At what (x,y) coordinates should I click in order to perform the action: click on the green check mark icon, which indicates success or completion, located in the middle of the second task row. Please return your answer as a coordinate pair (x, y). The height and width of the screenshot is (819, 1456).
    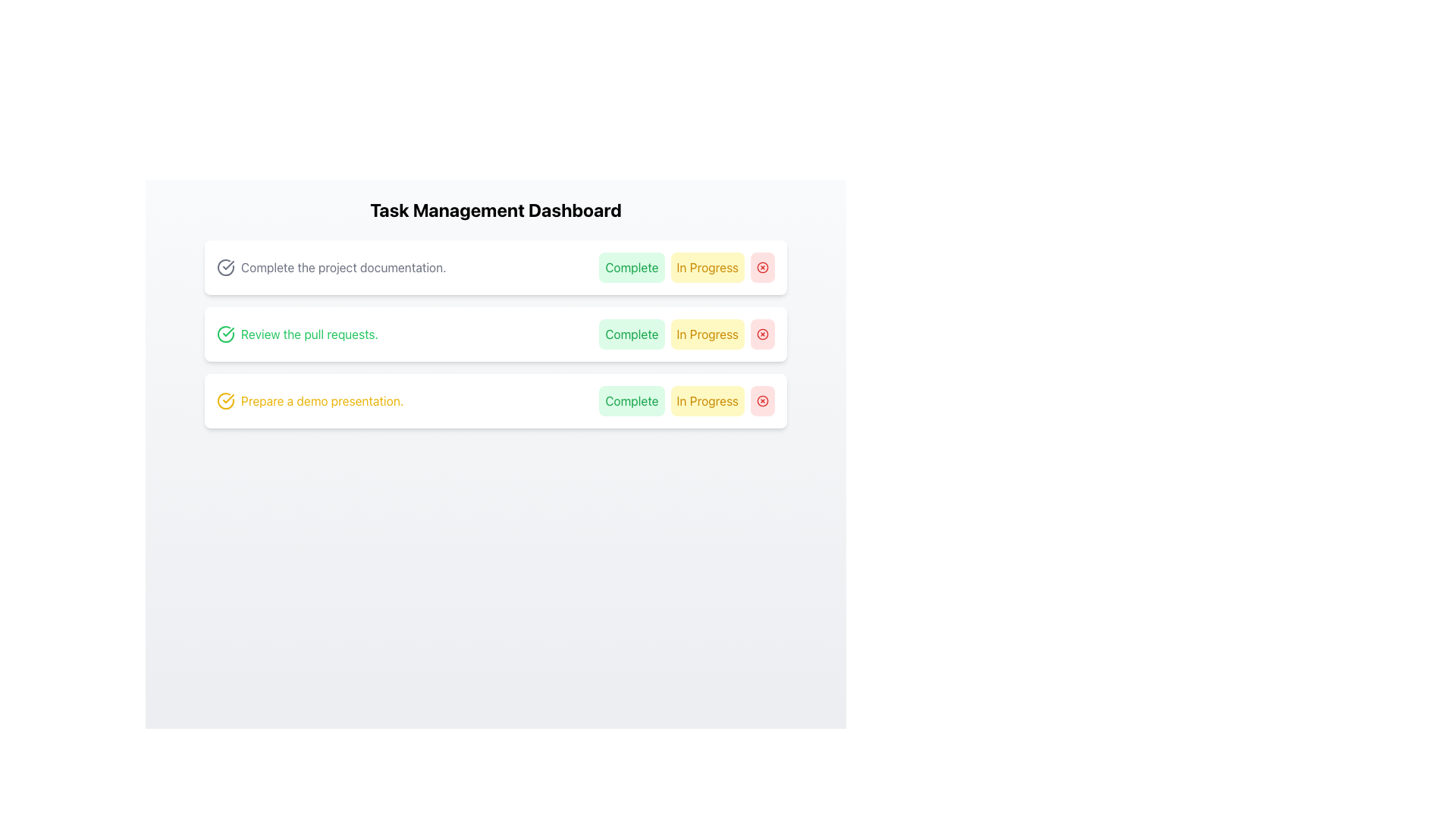
    Looking at the image, I should click on (227, 331).